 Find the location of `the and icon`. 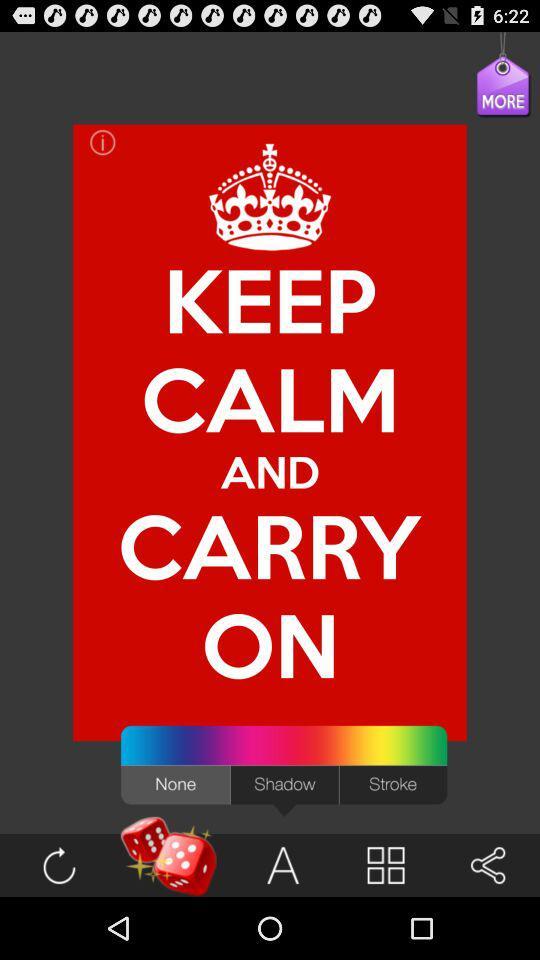

the and icon is located at coordinates (270, 471).